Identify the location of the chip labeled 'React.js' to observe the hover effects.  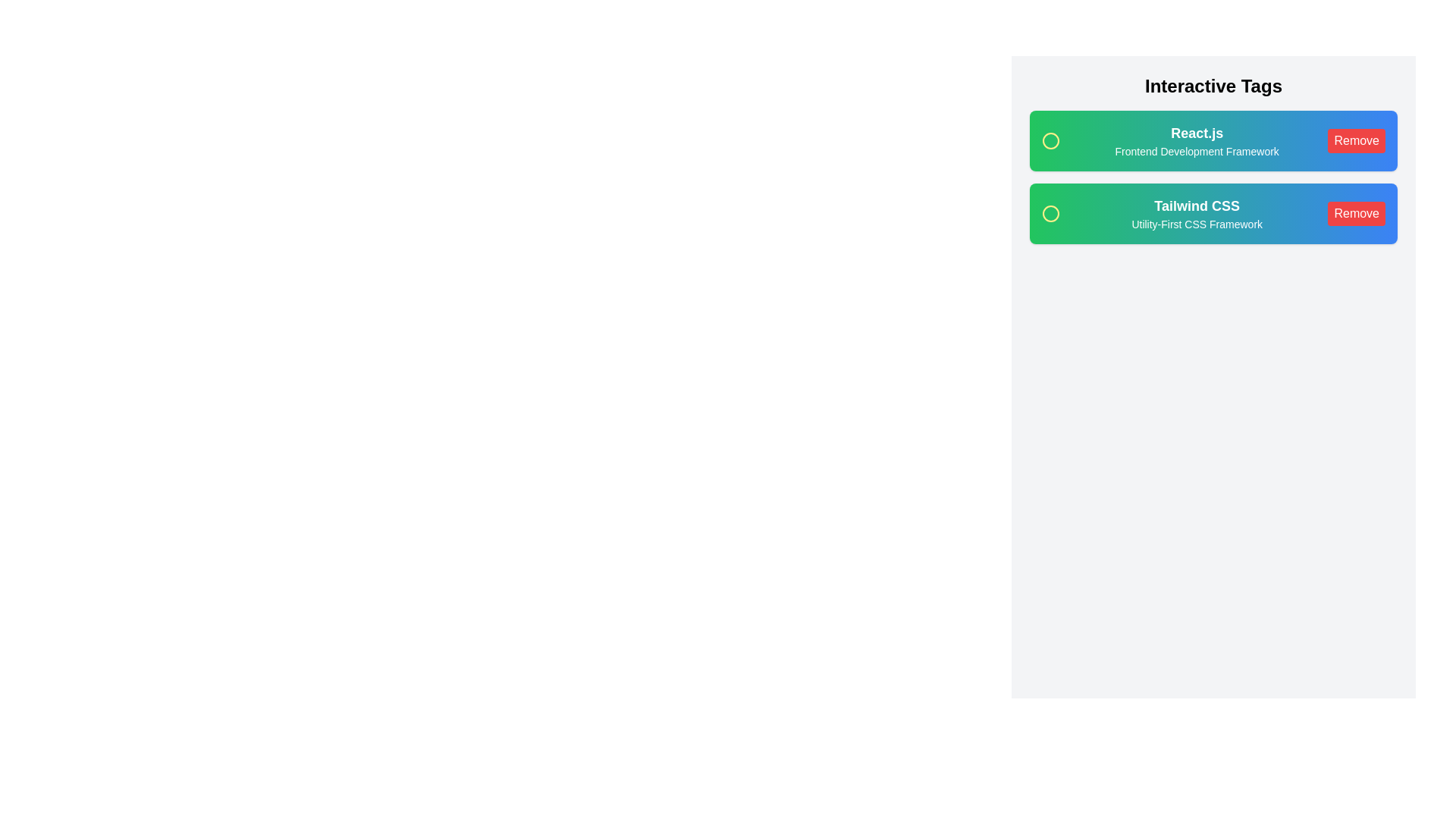
(1212, 140).